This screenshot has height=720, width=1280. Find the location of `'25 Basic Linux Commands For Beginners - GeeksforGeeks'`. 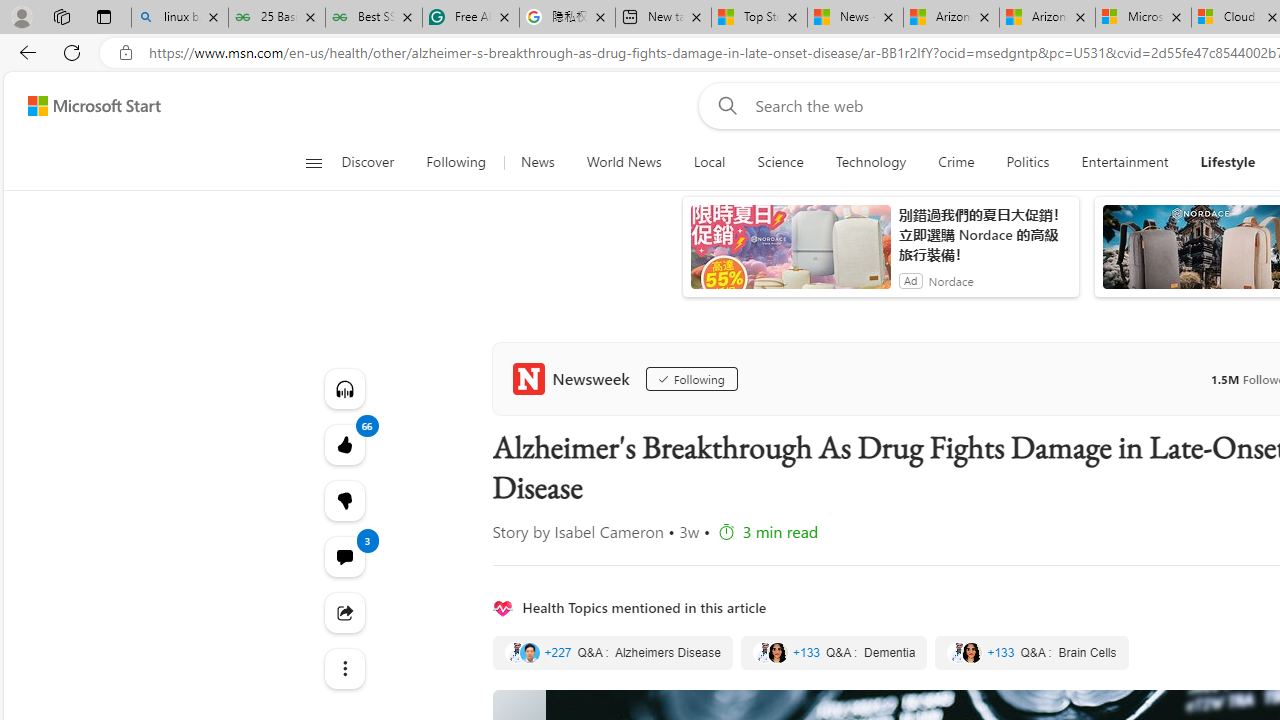

'25 Basic Linux Commands For Beginners - GeeksforGeeks' is located at coordinates (276, 17).